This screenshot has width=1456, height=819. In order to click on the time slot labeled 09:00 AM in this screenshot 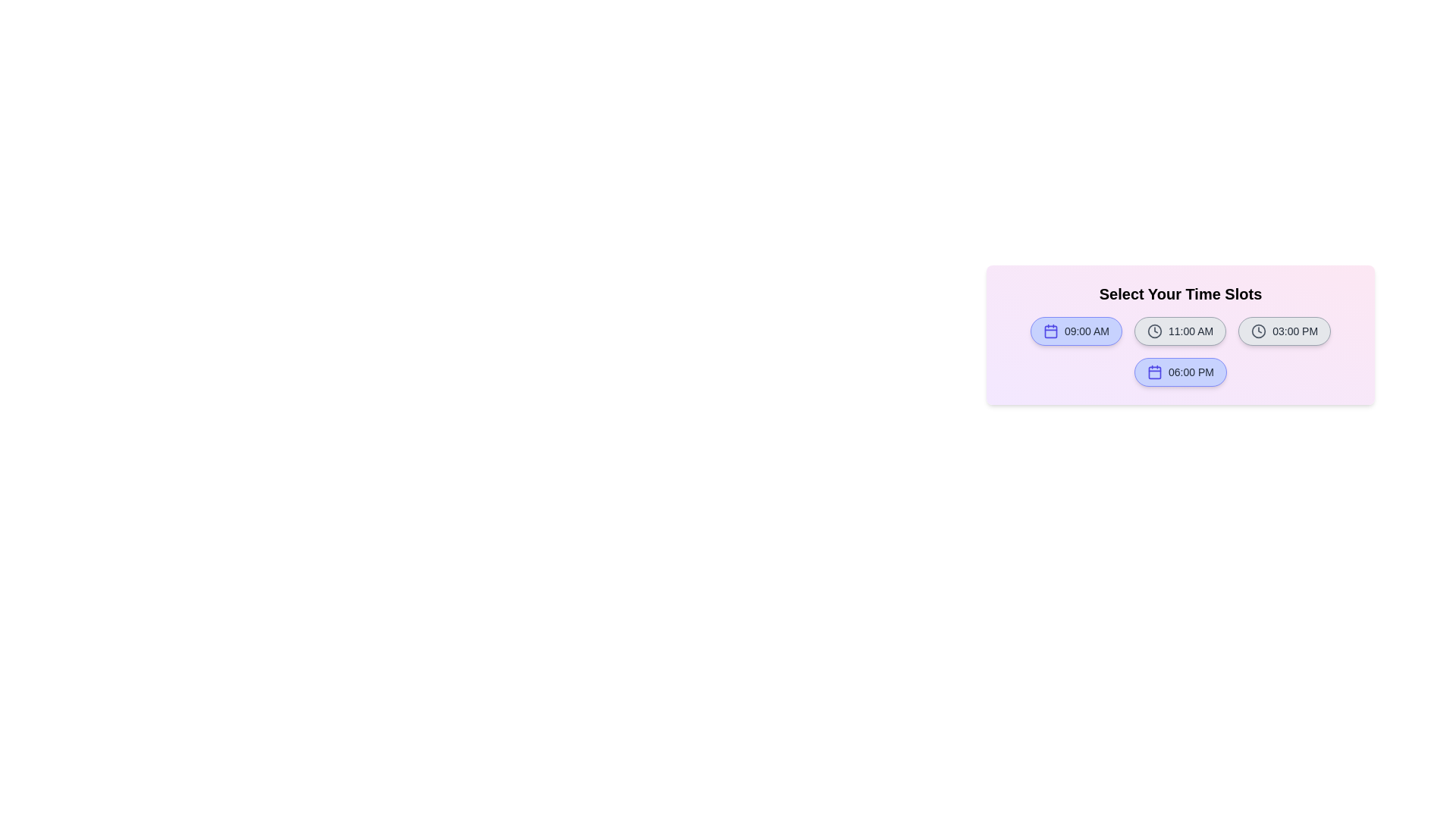, I will do `click(1075, 330)`.